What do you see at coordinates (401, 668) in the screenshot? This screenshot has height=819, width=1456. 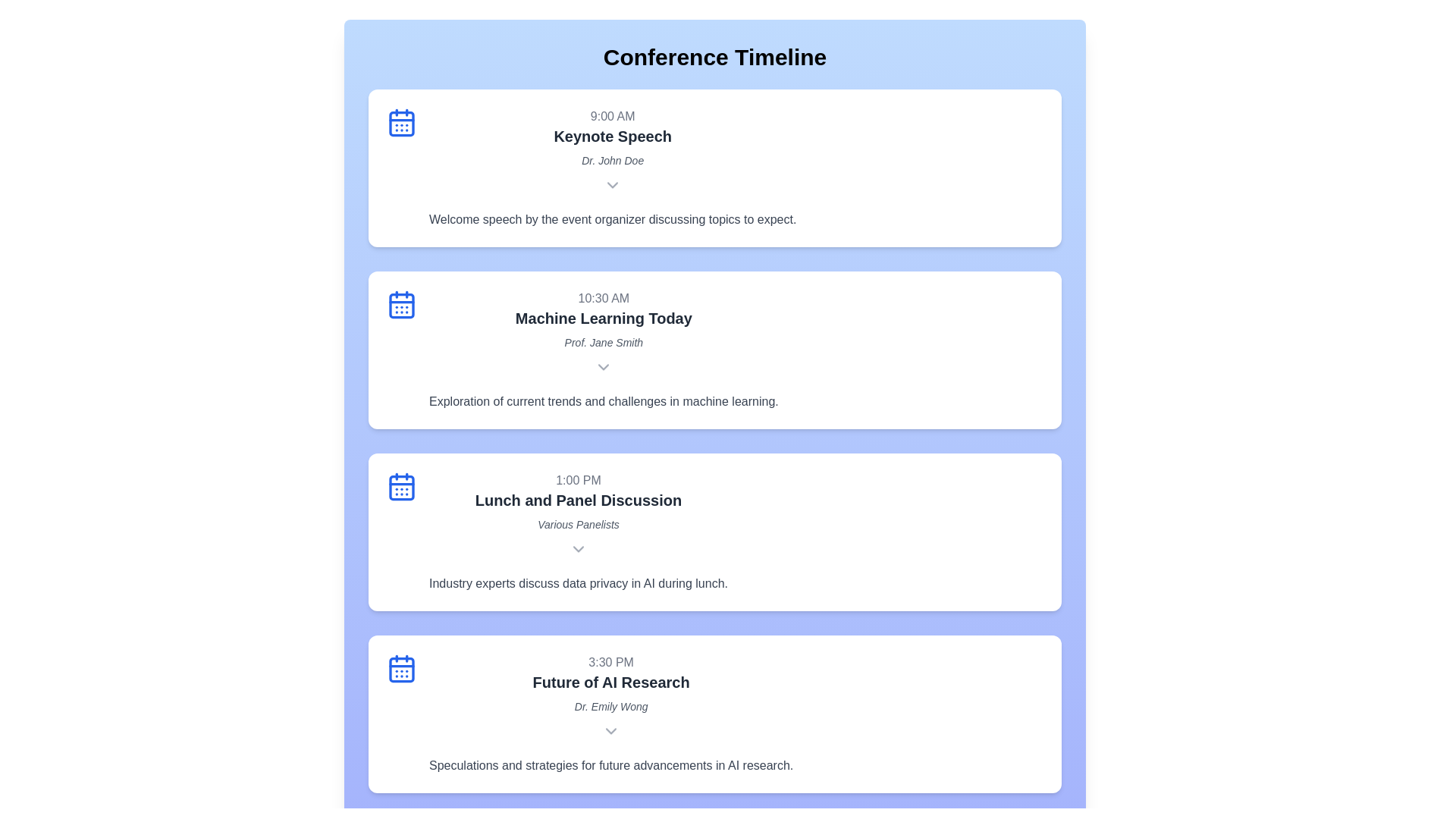 I see `the calendar icon with a blue outline located in the top-left corner of the fourth event card titled 'Future of AI Research', positioned above the event time '3:30 PM'` at bounding box center [401, 668].